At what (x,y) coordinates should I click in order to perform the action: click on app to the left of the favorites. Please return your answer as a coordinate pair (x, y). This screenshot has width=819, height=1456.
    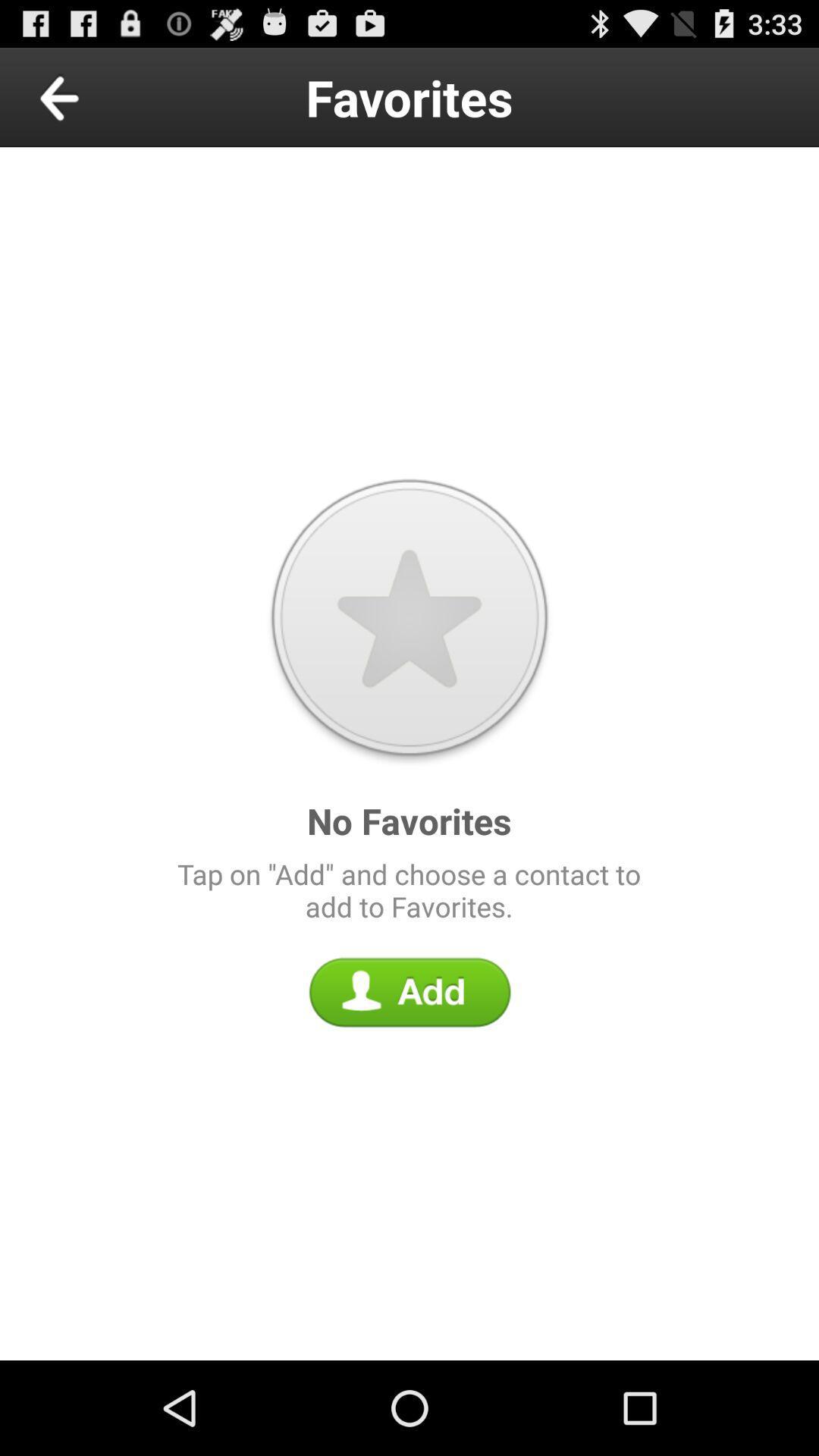
    Looking at the image, I should click on (94, 96).